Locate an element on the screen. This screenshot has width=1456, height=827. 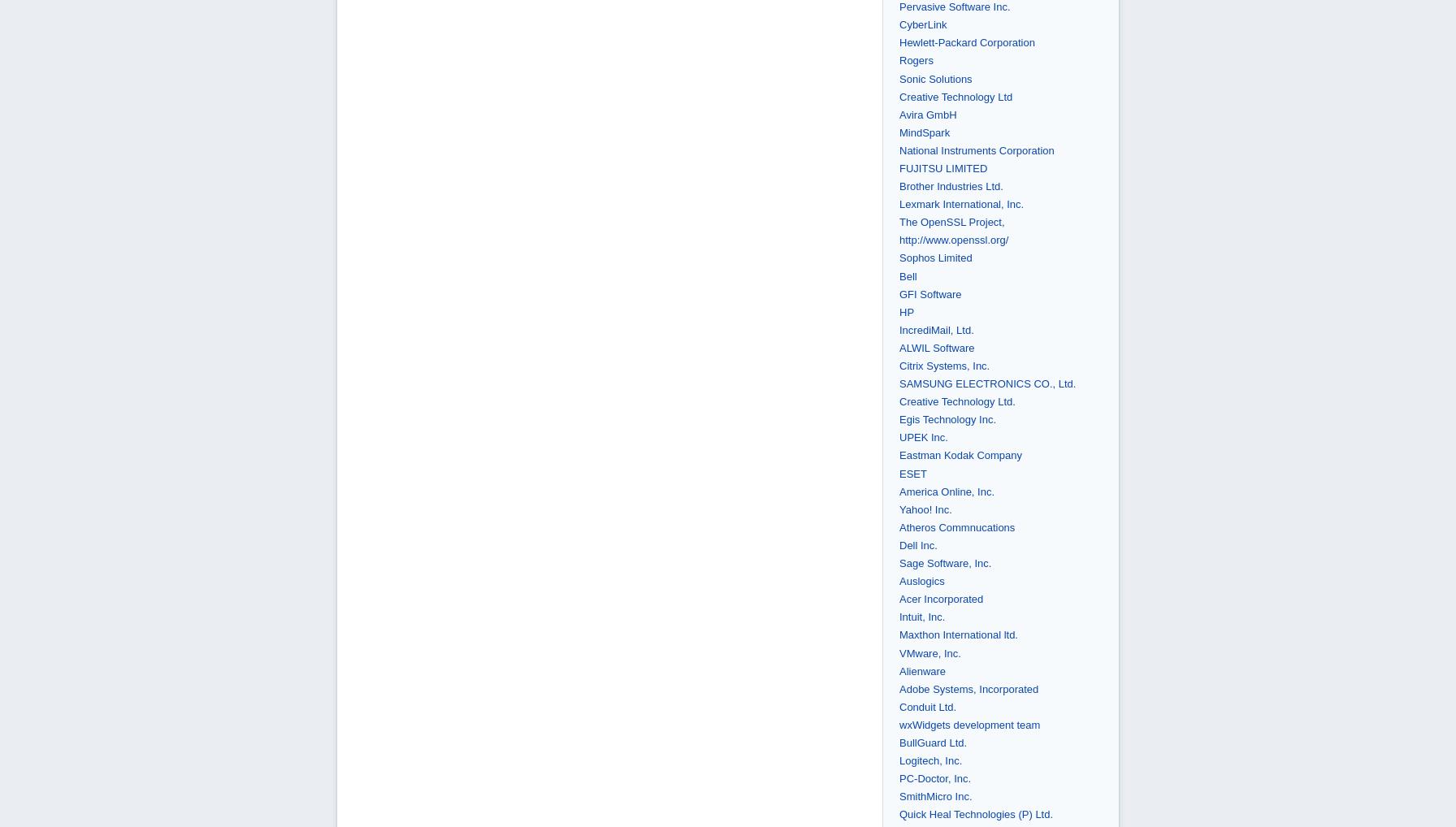
'Eastman Kodak Company' is located at coordinates (960, 454).